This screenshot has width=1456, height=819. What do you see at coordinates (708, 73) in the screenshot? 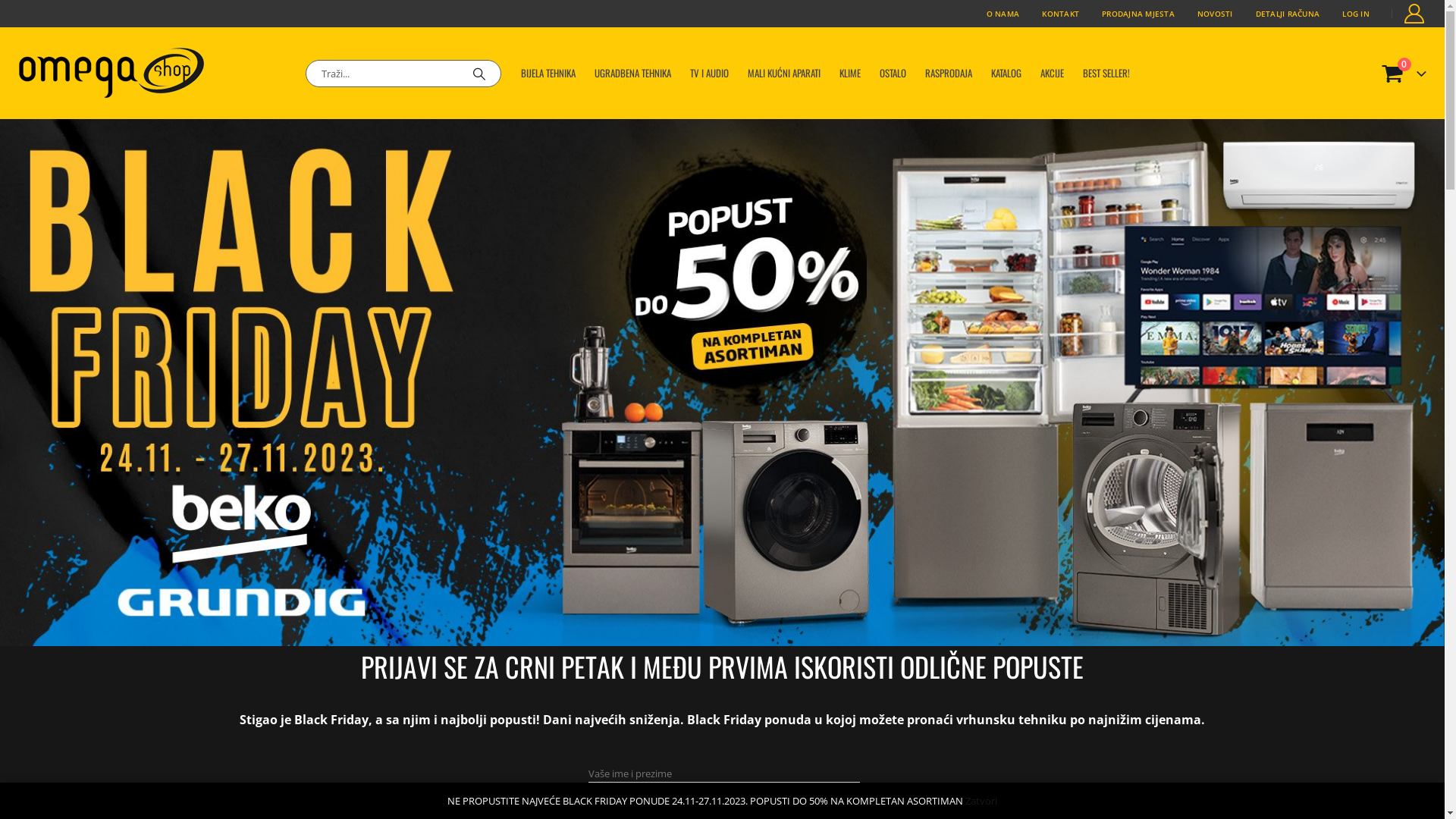
I see `'TV I AUDIO'` at bounding box center [708, 73].